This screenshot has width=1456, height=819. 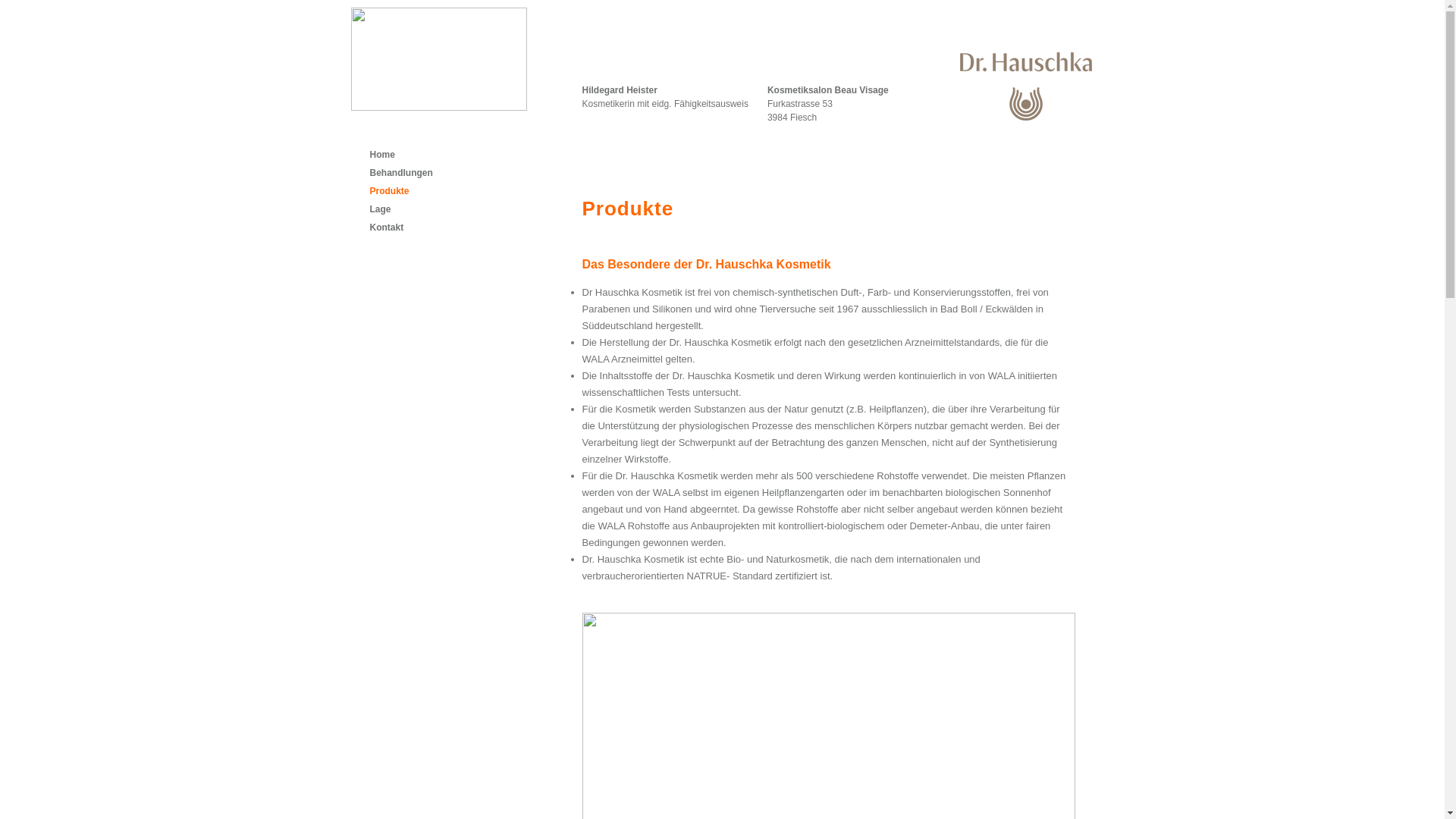 What do you see at coordinates (370, 227) in the screenshot?
I see `'Kontakt'` at bounding box center [370, 227].